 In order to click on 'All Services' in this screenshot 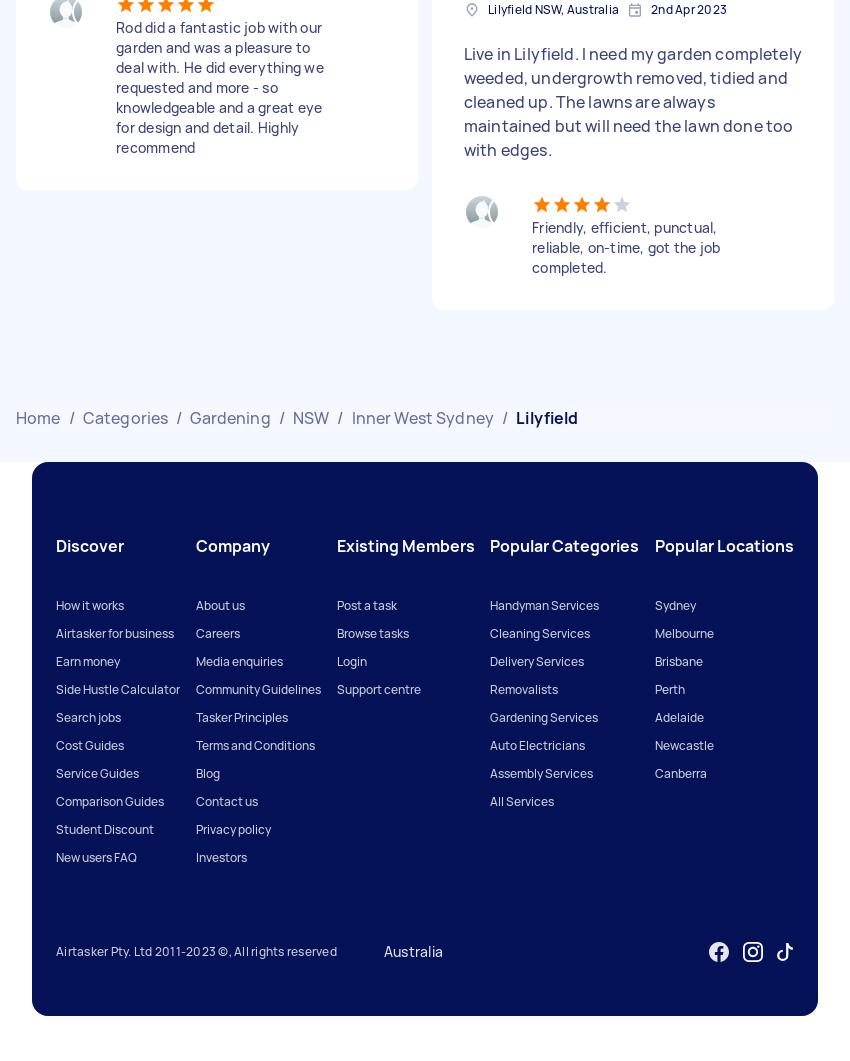, I will do `click(520, 800)`.